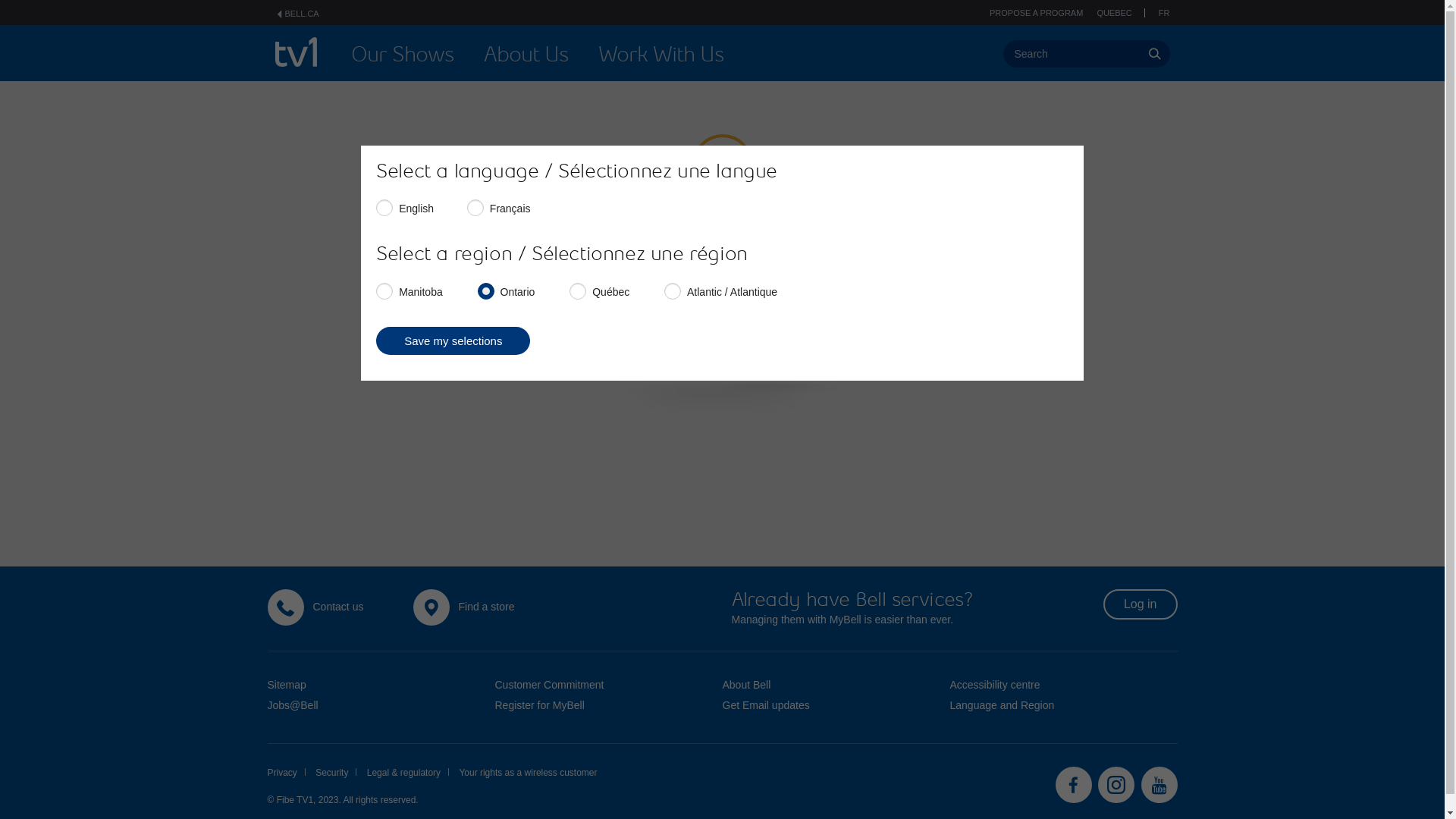  What do you see at coordinates (402, 53) in the screenshot?
I see `'Our Shows'` at bounding box center [402, 53].